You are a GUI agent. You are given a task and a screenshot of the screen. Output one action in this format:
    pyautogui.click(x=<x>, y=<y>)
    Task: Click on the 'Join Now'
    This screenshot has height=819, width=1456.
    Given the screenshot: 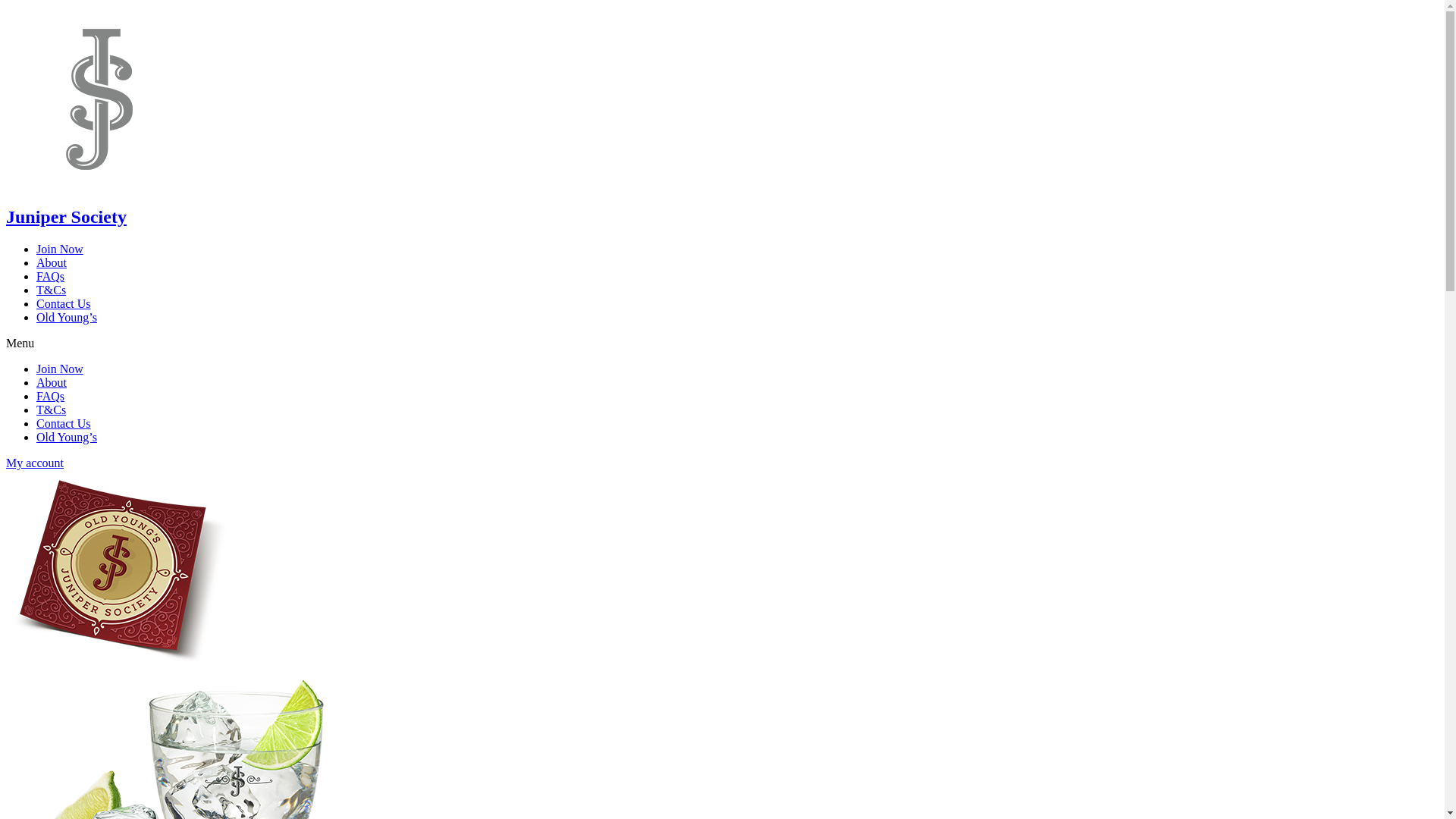 What is the action you would take?
    pyautogui.click(x=59, y=248)
    